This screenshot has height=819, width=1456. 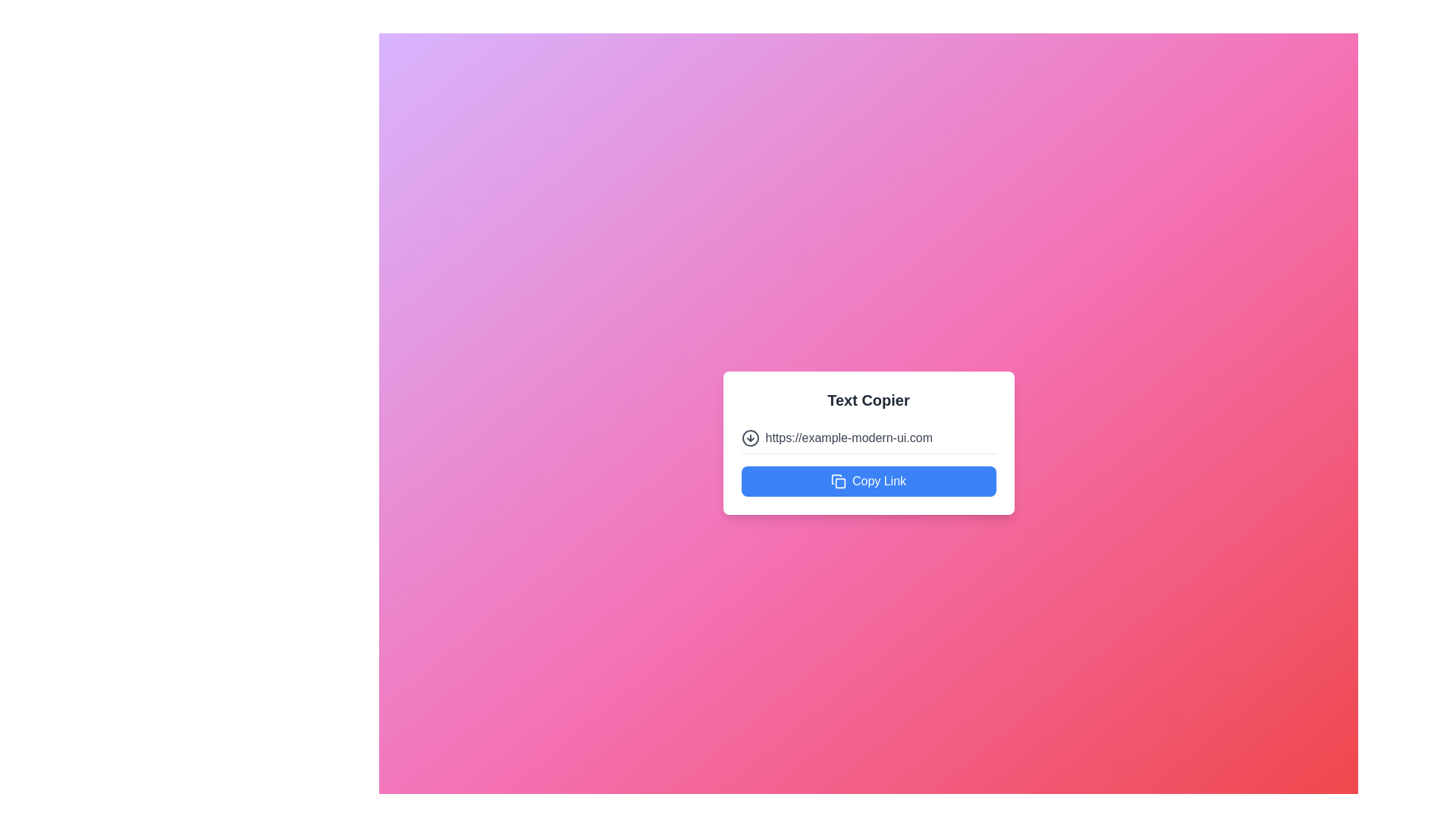 What do you see at coordinates (880, 438) in the screenshot?
I see `the read-only text input field in the 'Text Copier' pop-up` at bounding box center [880, 438].